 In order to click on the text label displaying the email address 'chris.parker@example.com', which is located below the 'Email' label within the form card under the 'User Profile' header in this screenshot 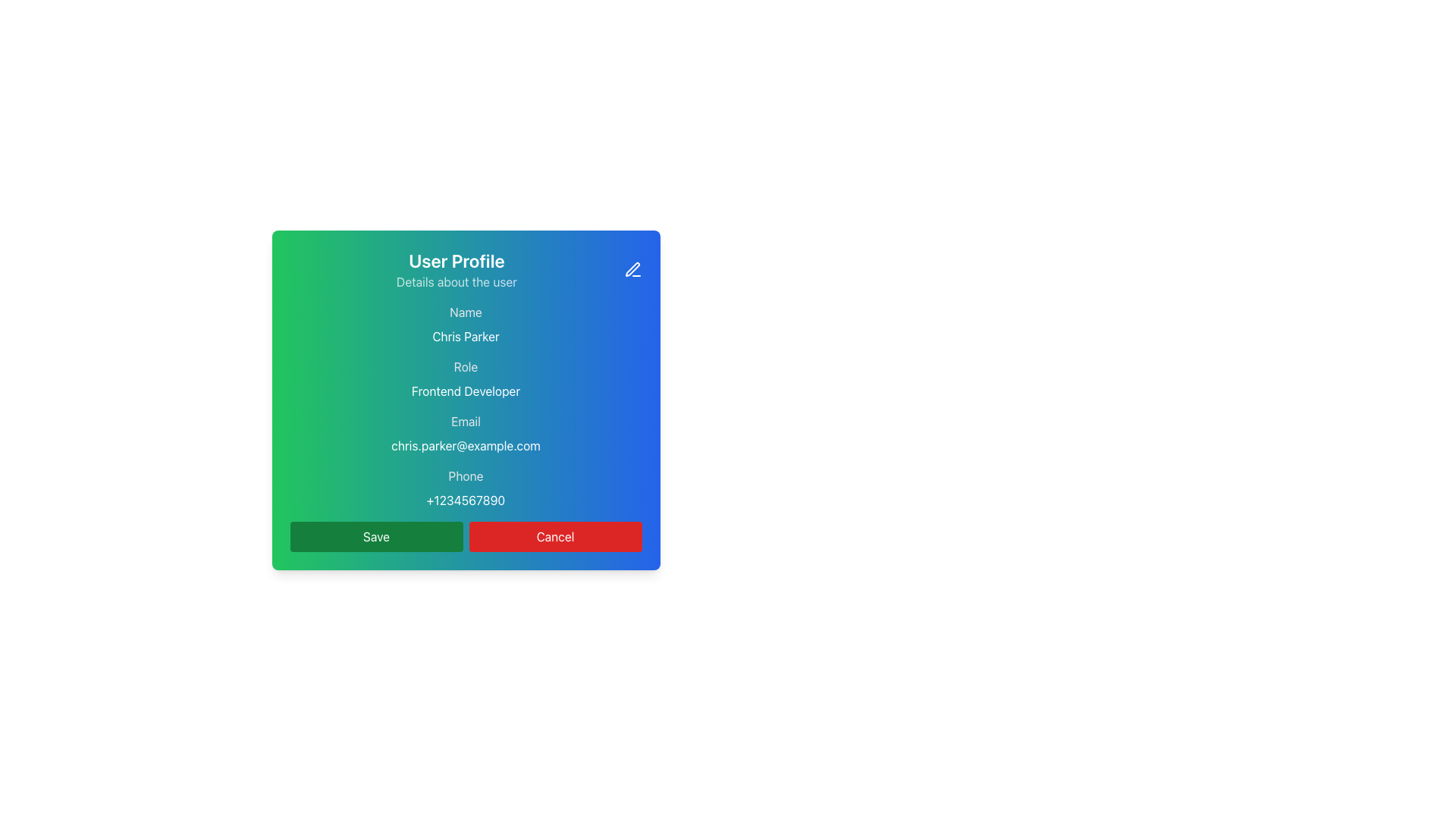, I will do `click(465, 444)`.